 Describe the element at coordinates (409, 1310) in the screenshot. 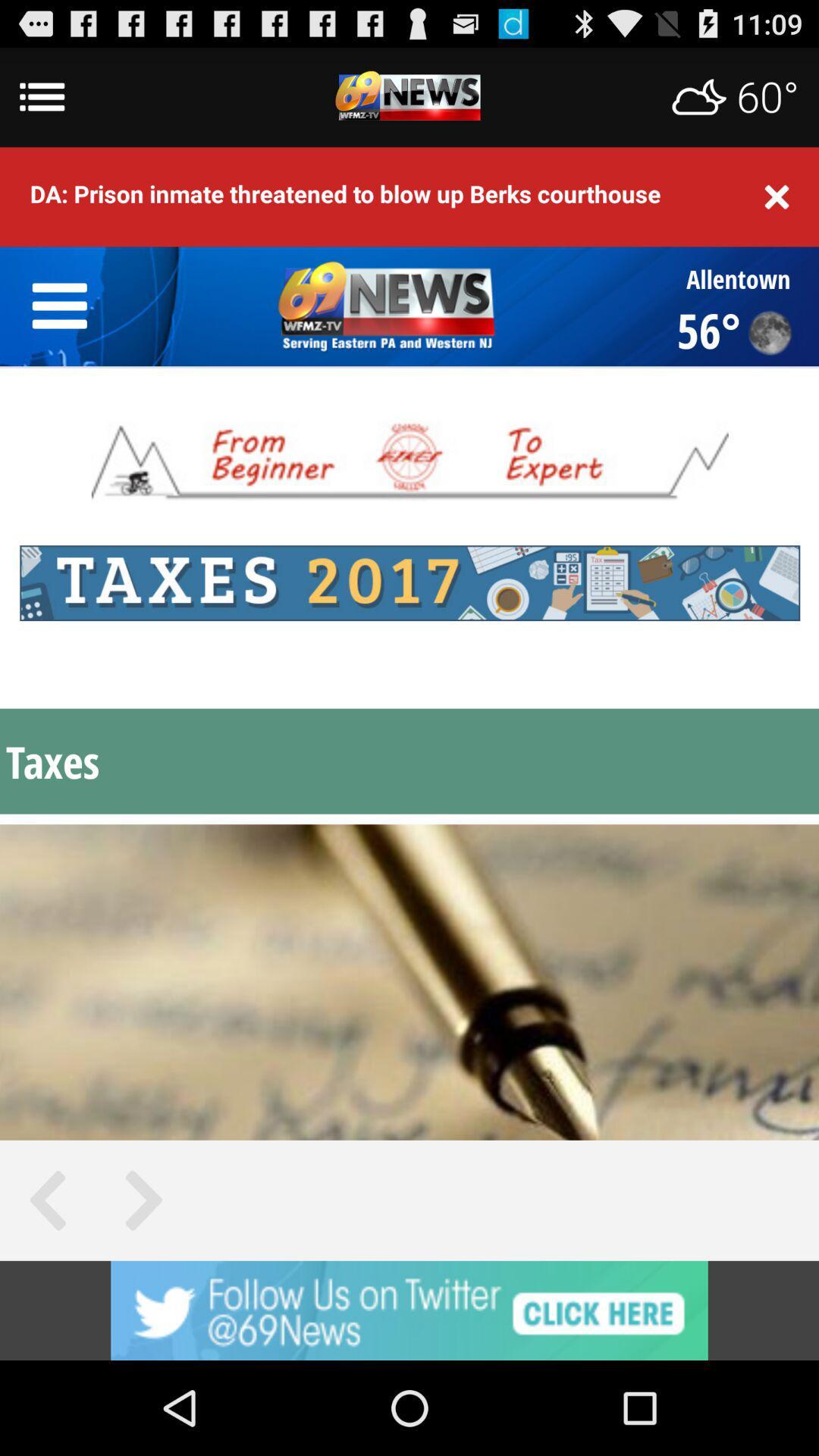

I see `option` at that location.